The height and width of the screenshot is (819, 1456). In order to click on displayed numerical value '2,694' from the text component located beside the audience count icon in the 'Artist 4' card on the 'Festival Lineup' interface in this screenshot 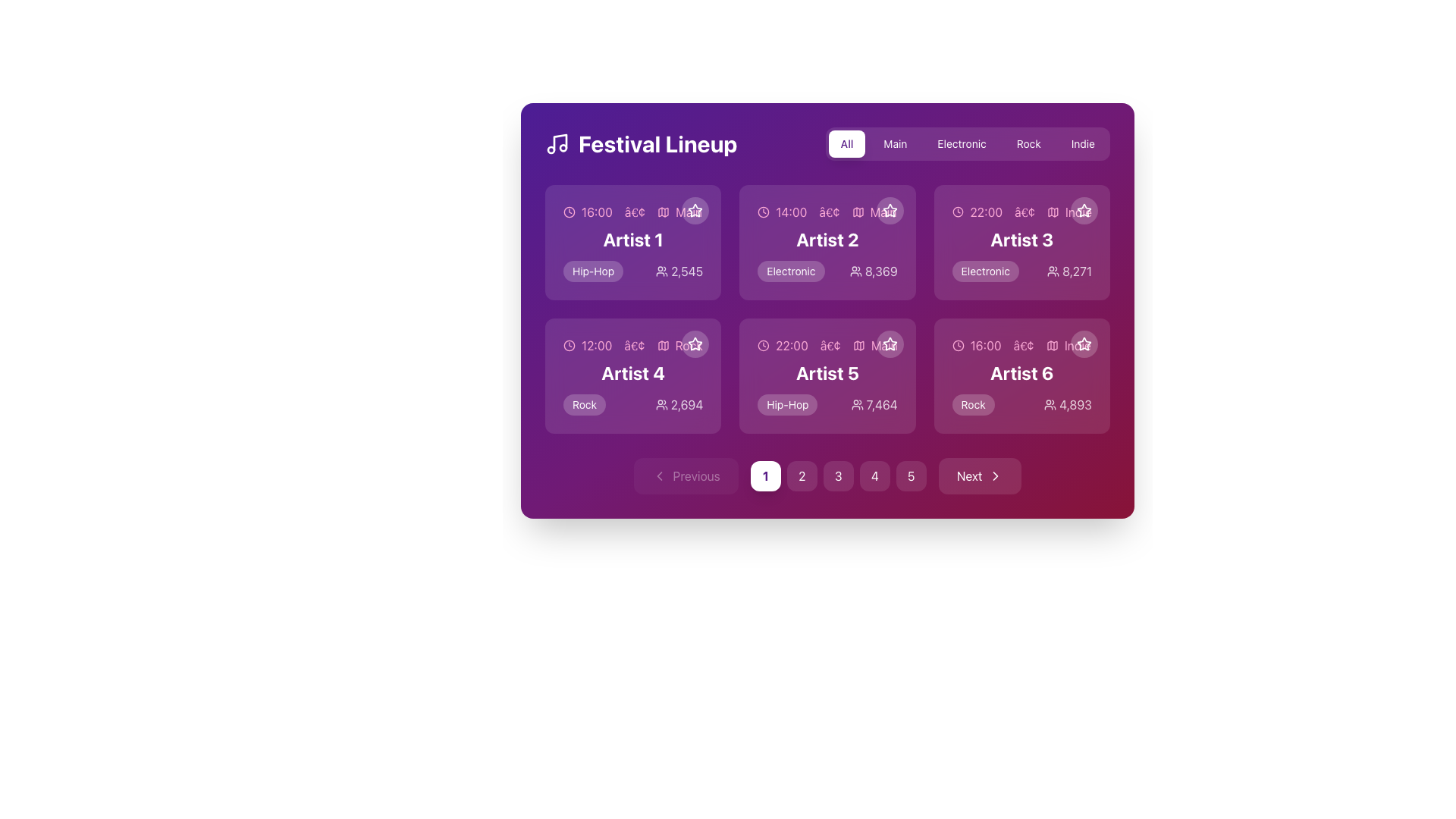, I will do `click(679, 403)`.